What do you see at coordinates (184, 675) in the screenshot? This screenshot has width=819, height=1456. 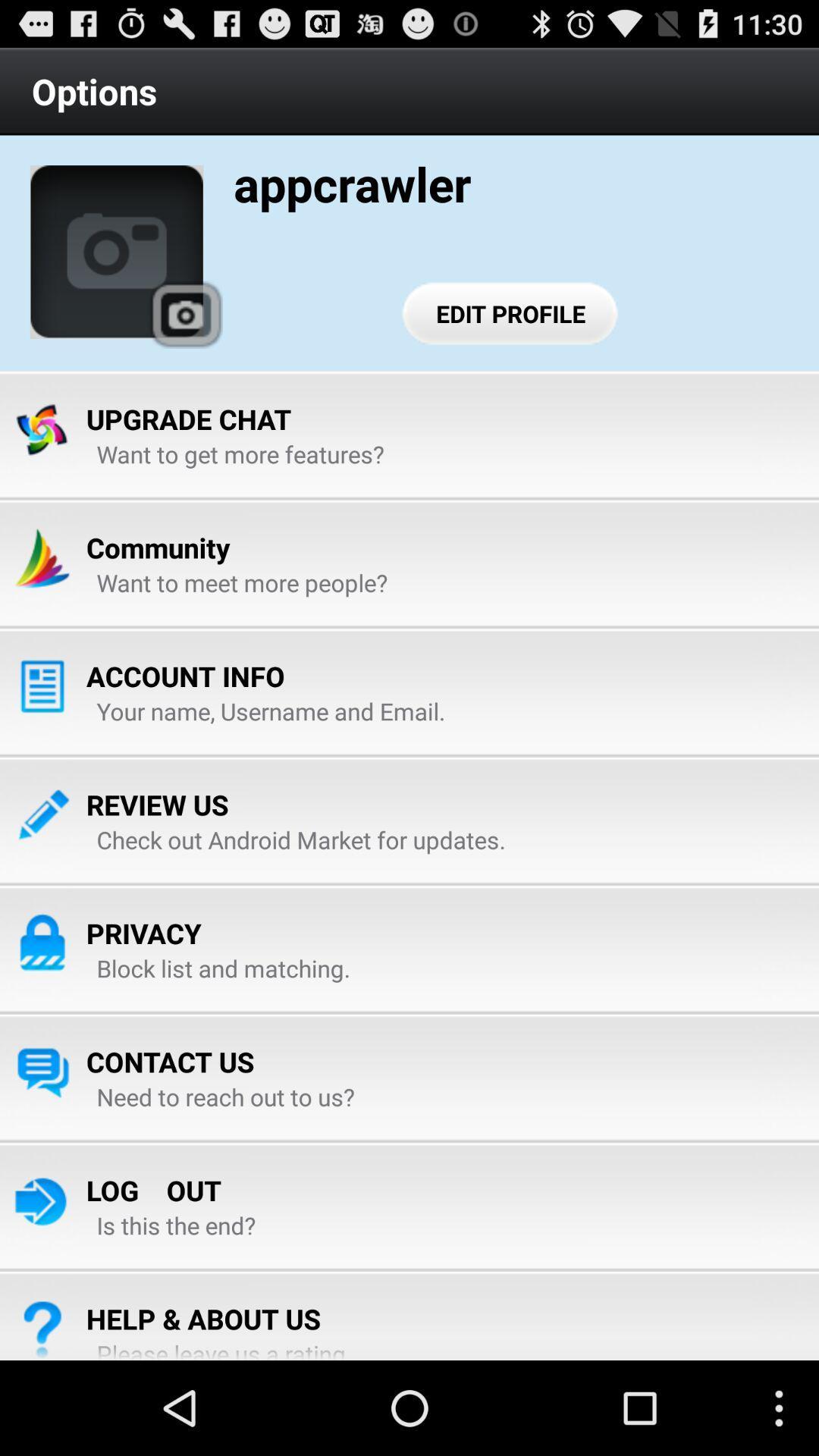 I see `the app below want to meet icon` at bounding box center [184, 675].